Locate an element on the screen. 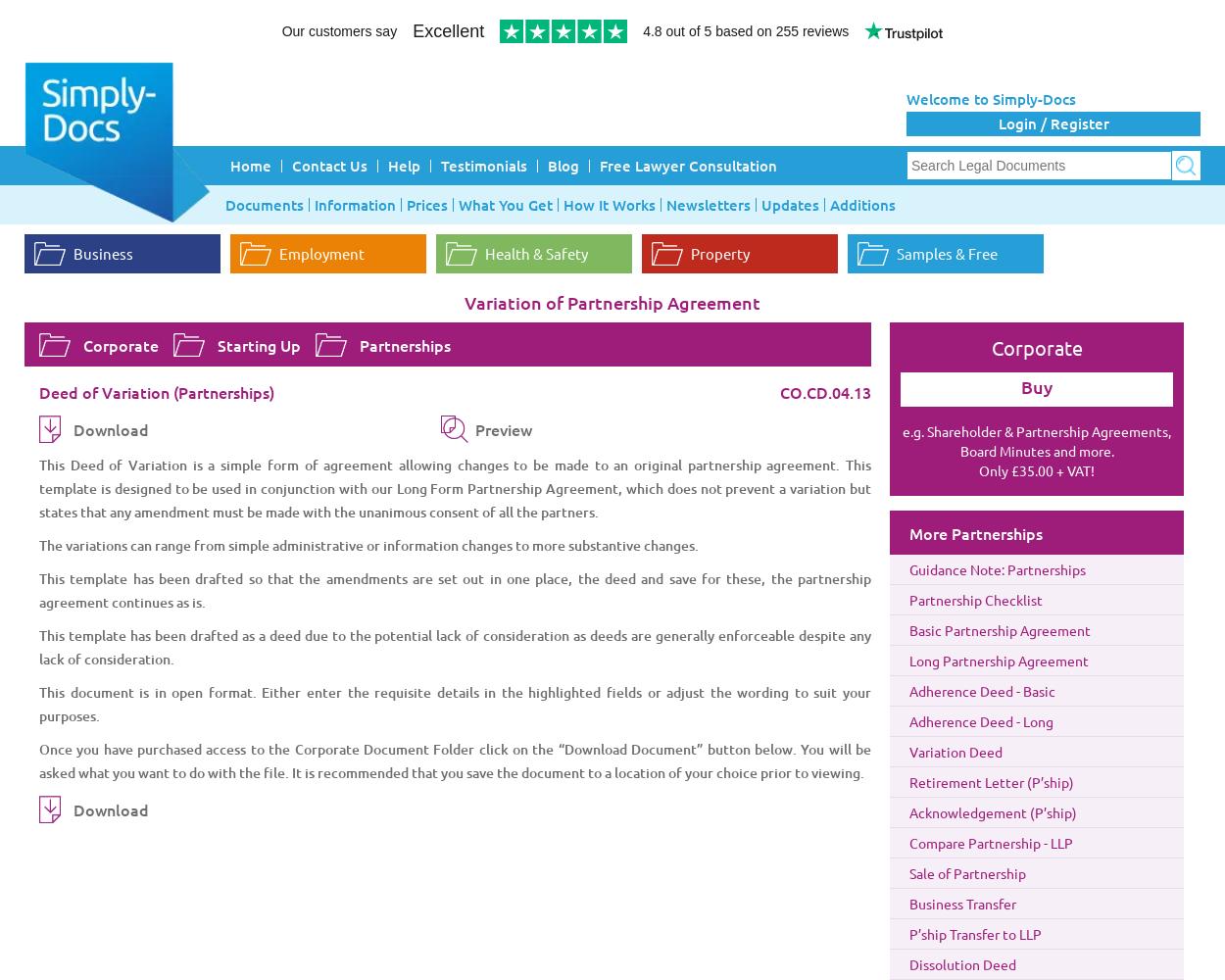  'Partnerships' is located at coordinates (405, 343).